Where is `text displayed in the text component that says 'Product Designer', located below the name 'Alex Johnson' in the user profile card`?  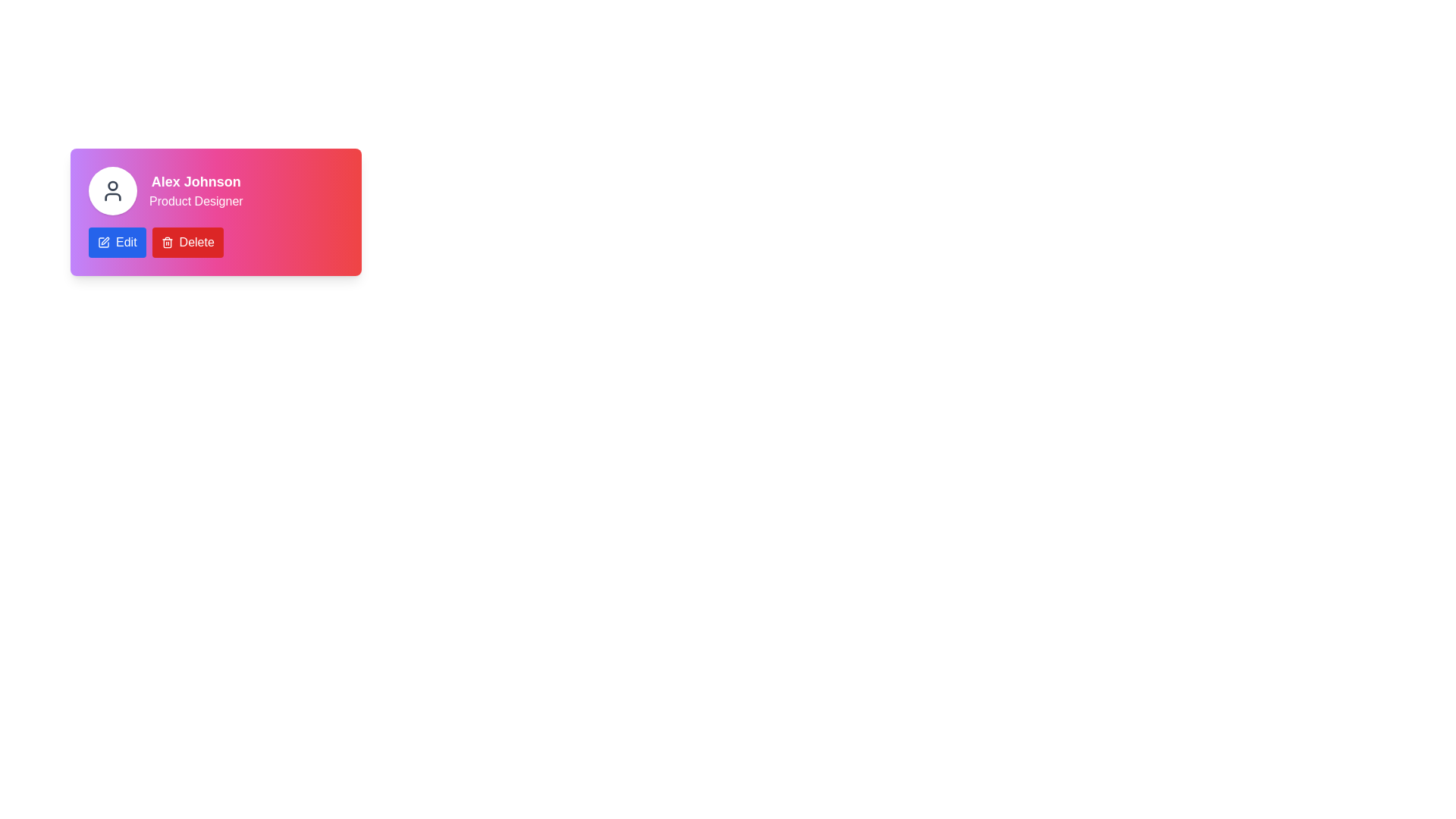
text displayed in the text component that says 'Product Designer', located below the name 'Alex Johnson' in the user profile card is located at coordinates (195, 201).